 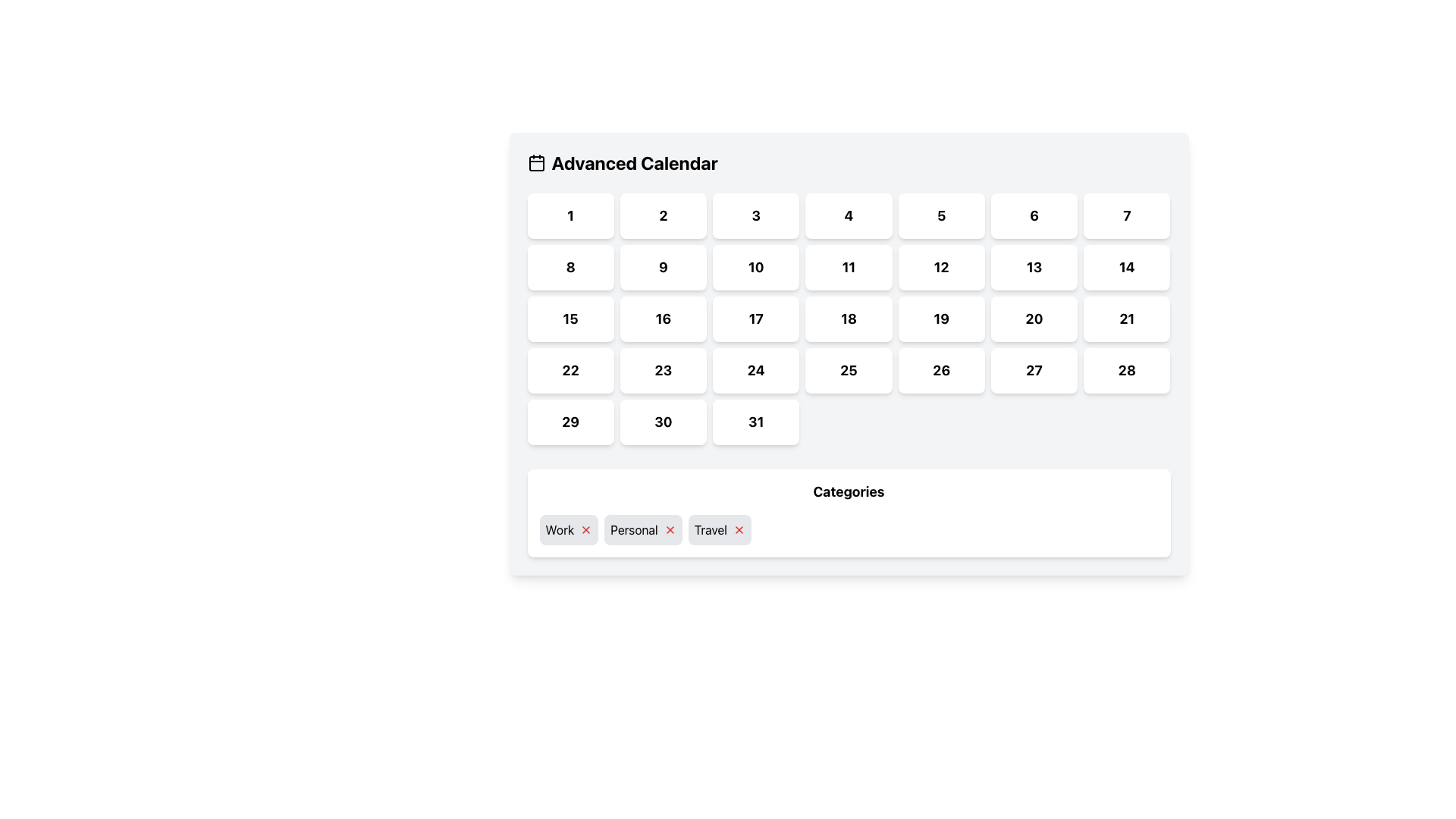 What do you see at coordinates (1033, 370) in the screenshot?
I see `the text display showing the 27th day of the month within the twelfth button of the calendar interface` at bounding box center [1033, 370].